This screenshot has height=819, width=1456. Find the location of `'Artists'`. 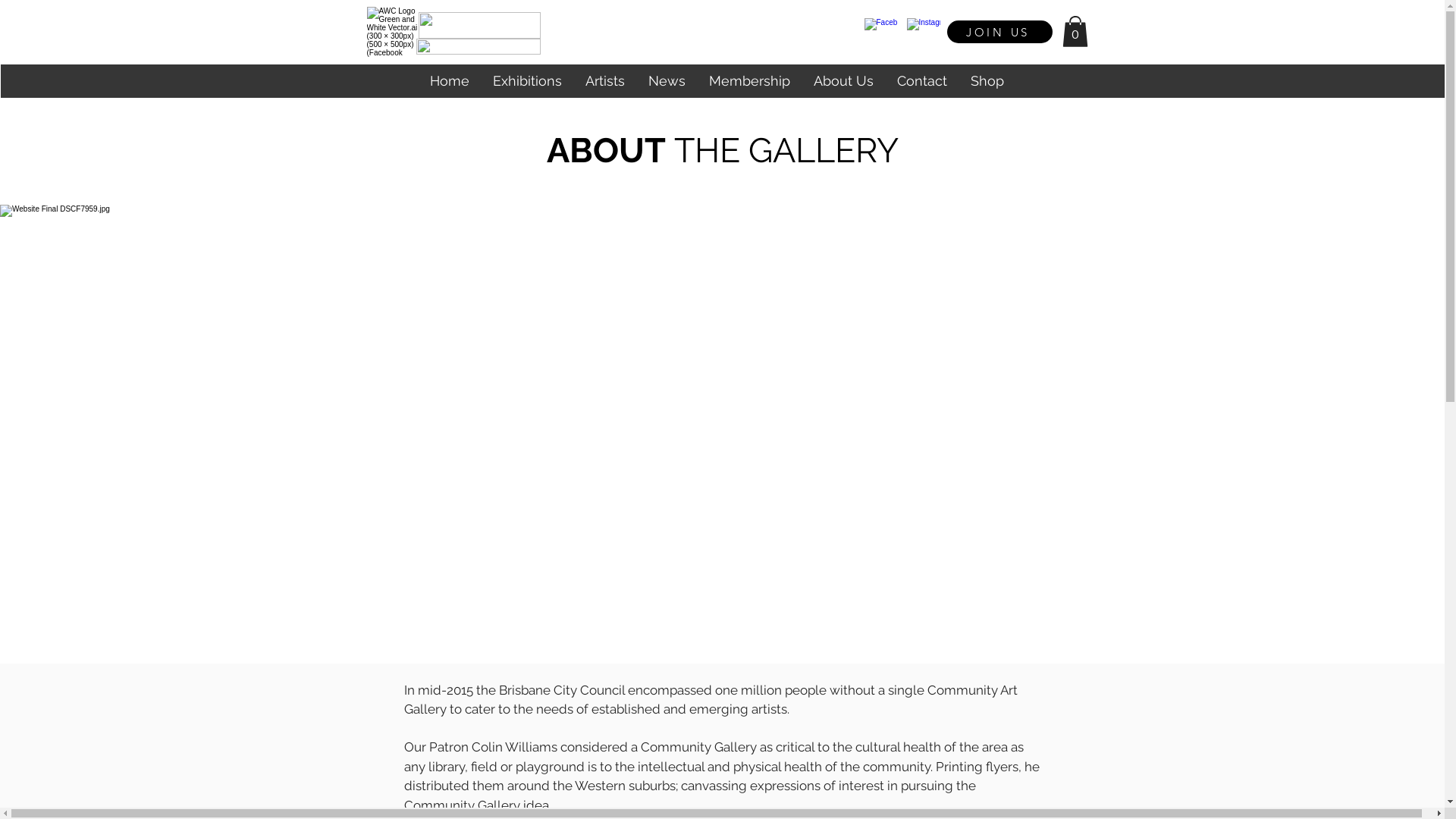

'Artists' is located at coordinates (604, 81).